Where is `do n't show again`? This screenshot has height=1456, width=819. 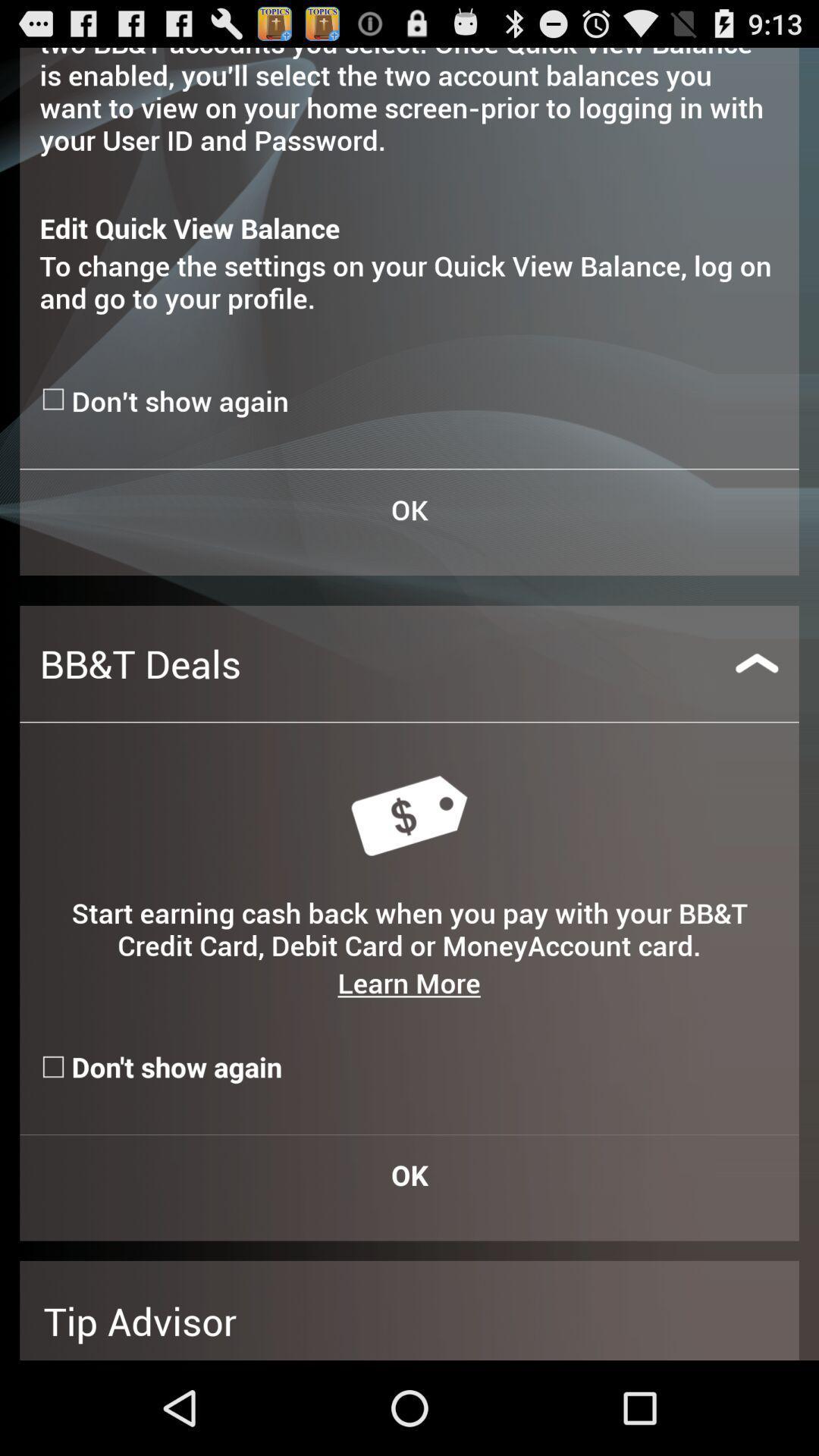 do n't show again is located at coordinates (55, 399).